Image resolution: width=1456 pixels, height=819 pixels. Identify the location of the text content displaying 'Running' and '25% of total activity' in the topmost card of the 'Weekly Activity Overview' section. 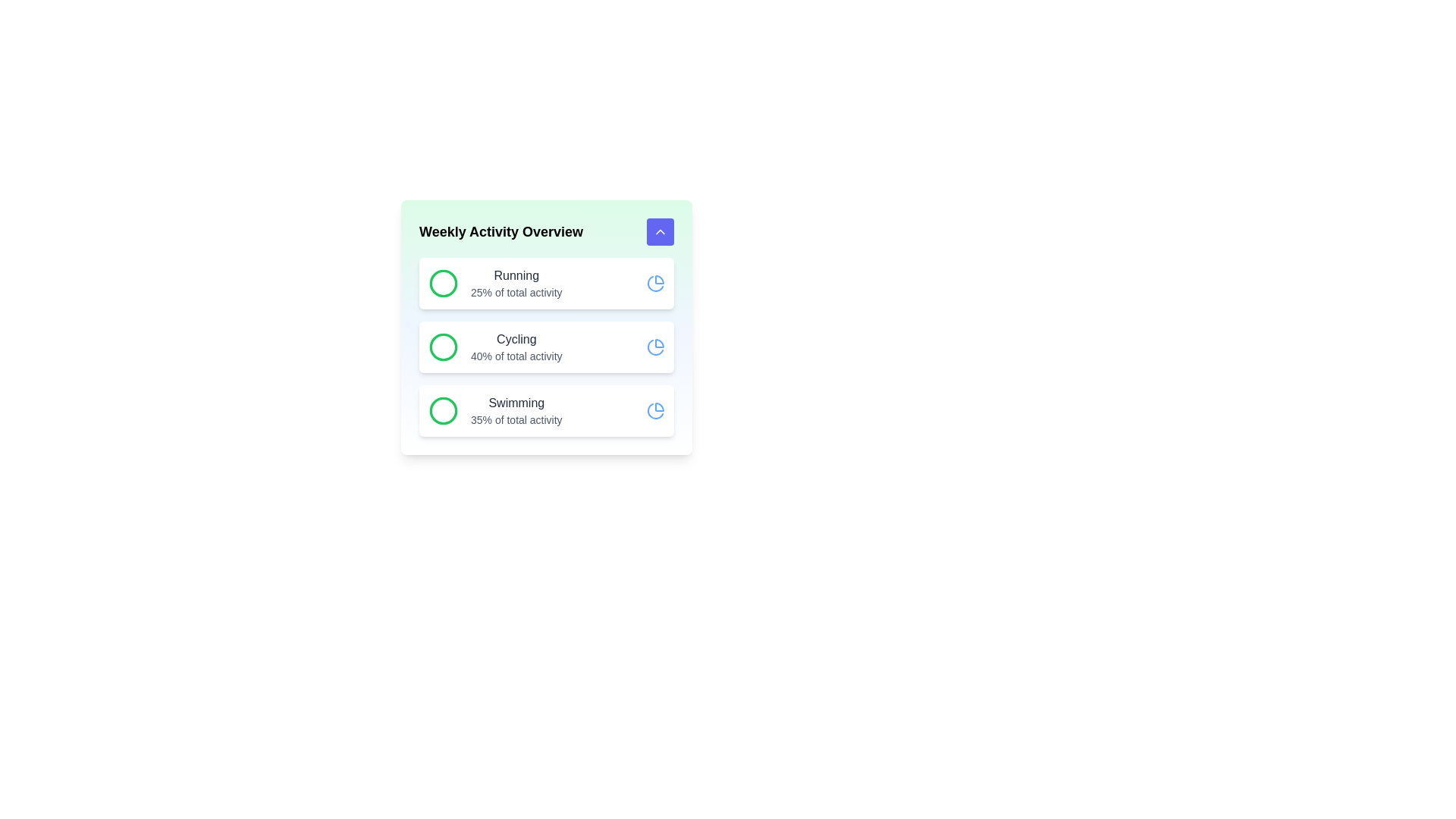
(516, 284).